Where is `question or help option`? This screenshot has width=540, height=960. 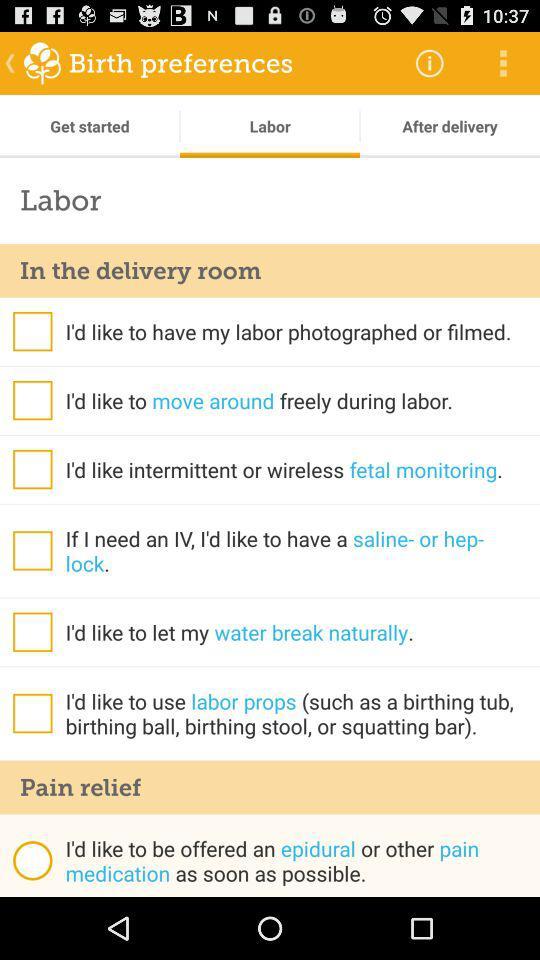
question or help option is located at coordinates (31, 331).